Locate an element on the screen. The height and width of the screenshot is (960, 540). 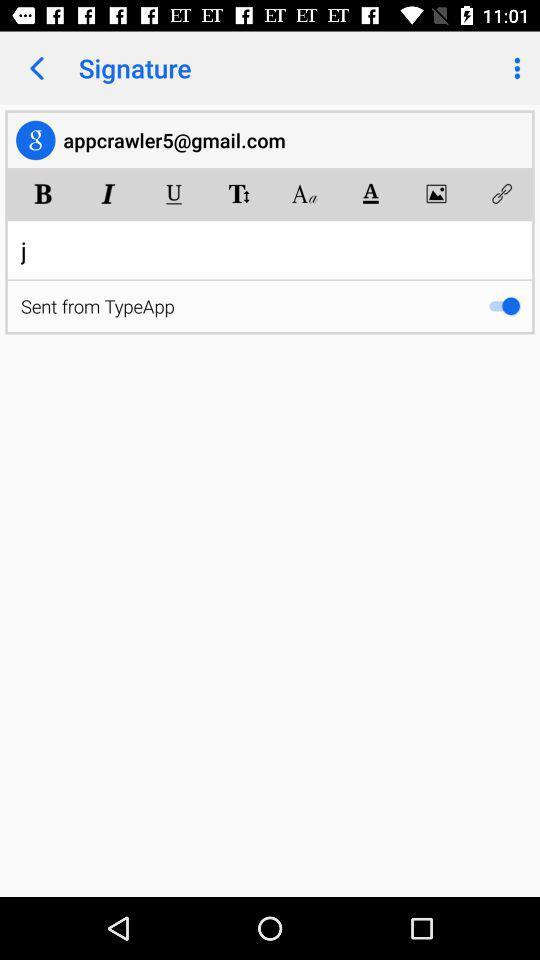
the item to the right of the sent from typeapp app is located at coordinates (503, 306).